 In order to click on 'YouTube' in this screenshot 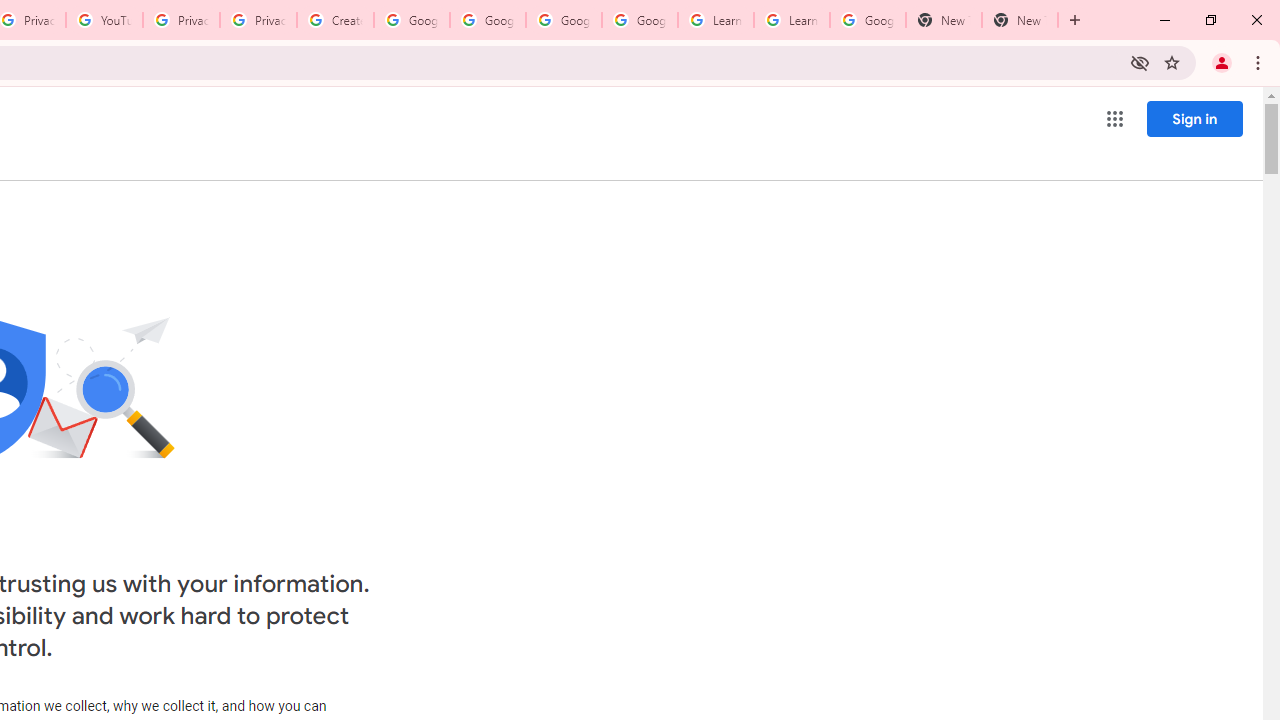, I will do `click(103, 20)`.